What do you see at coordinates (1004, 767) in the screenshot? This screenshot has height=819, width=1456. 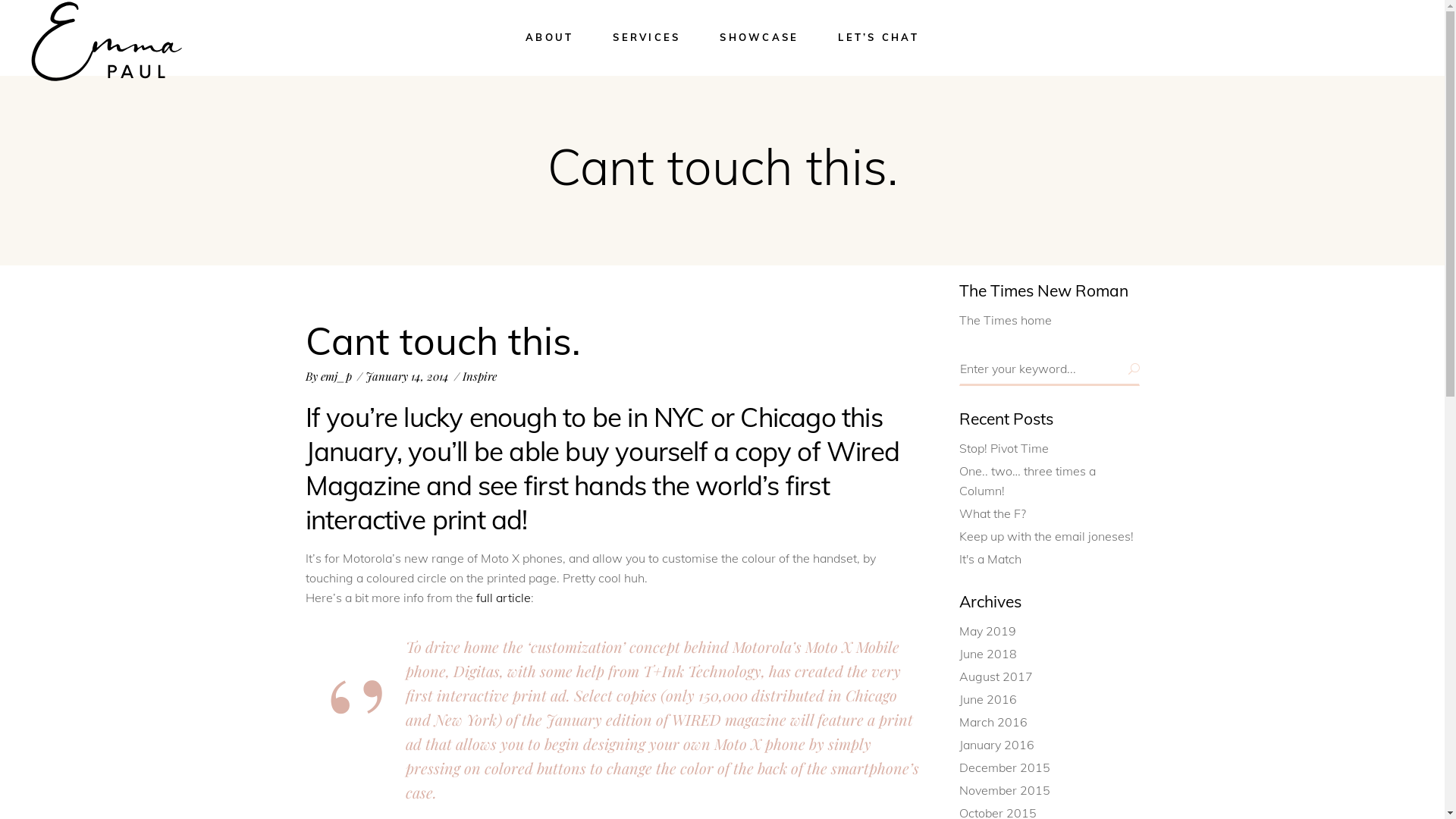 I see `'December 2015'` at bounding box center [1004, 767].